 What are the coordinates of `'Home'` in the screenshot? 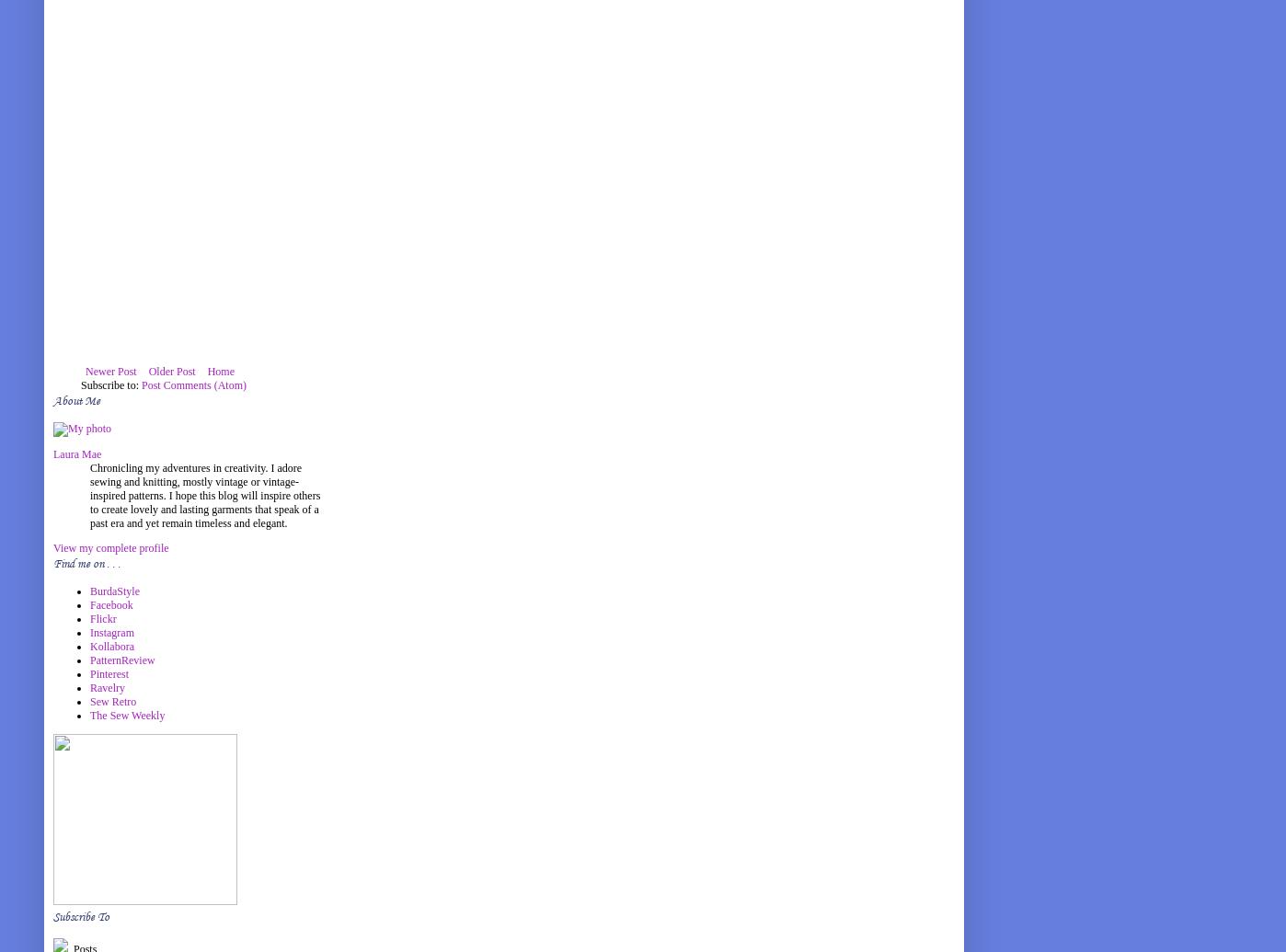 It's located at (221, 371).